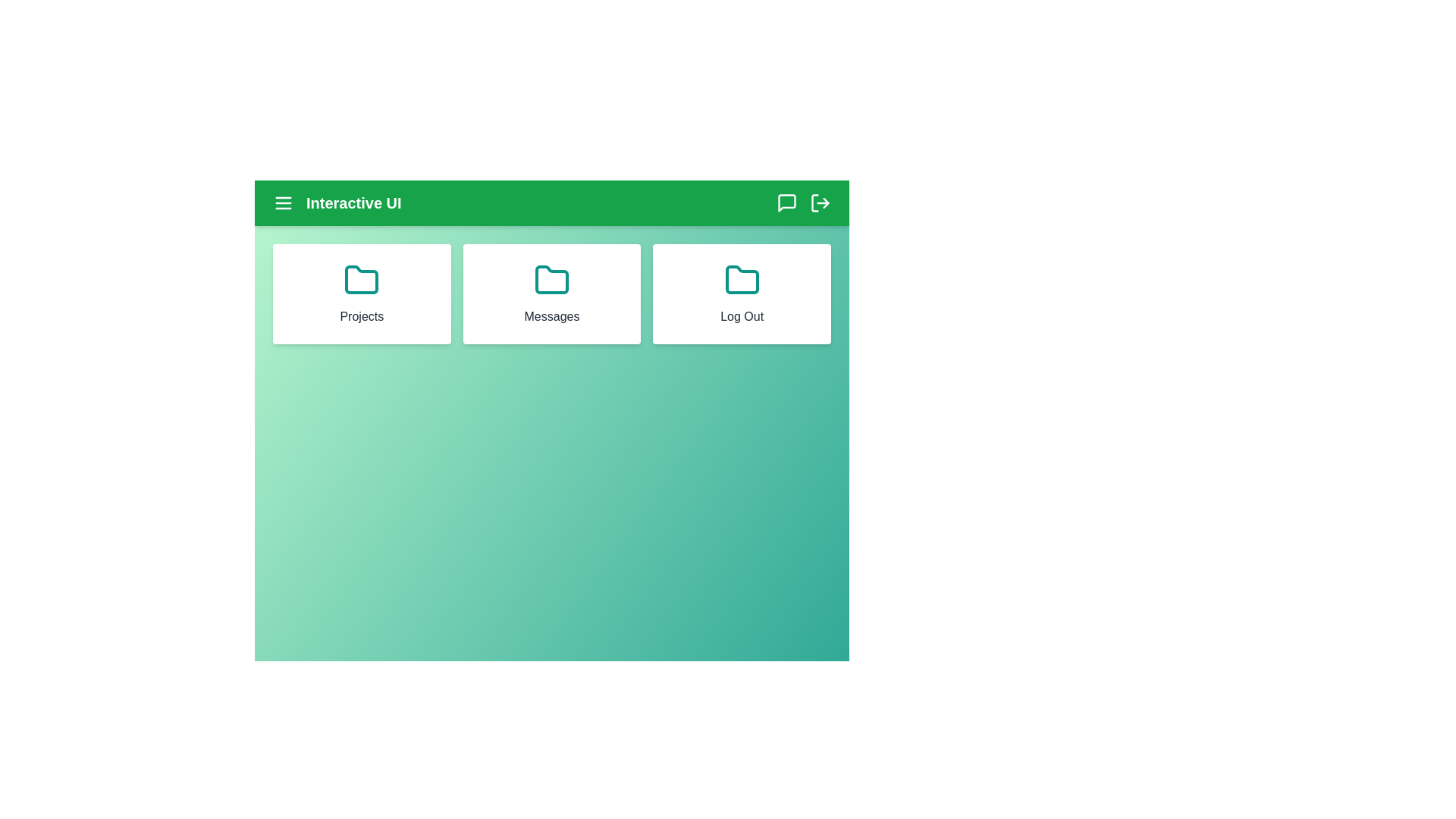 The height and width of the screenshot is (819, 1456). What do you see at coordinates (742, 294) in the screenshot?
I see `the element corresponding to Log Out` at bounding box center [742, 294].